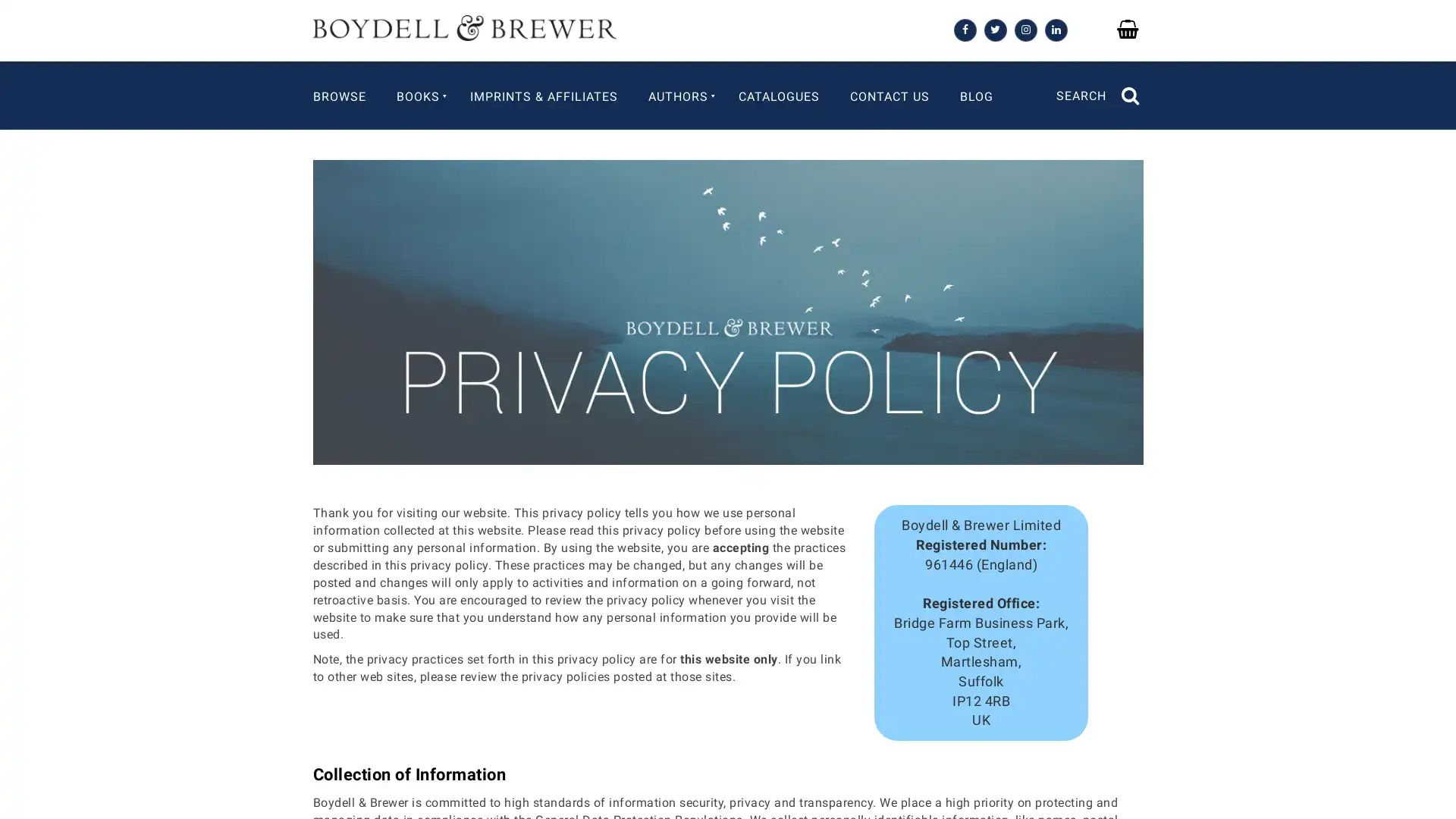 The height and width of the screenshot is (819, 1456). What do you see at coordinates (1099, 84) in the screenshot?
I see `SEARCH` at bounding box center [1099, 84].